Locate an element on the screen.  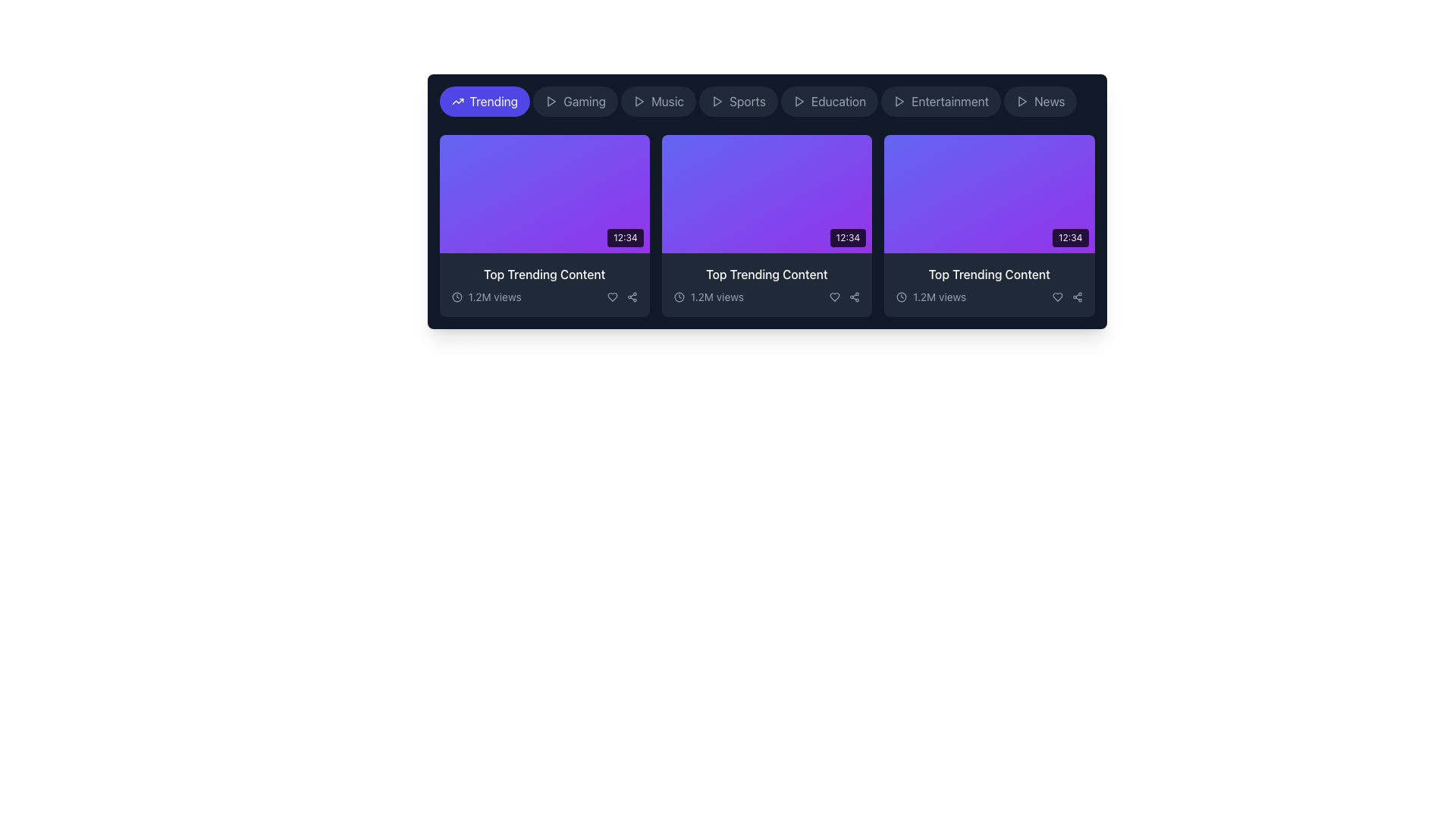
content information displayed in the Text block located in the bottom section of the third card in the trending content section is located at coordinates (989, 284).